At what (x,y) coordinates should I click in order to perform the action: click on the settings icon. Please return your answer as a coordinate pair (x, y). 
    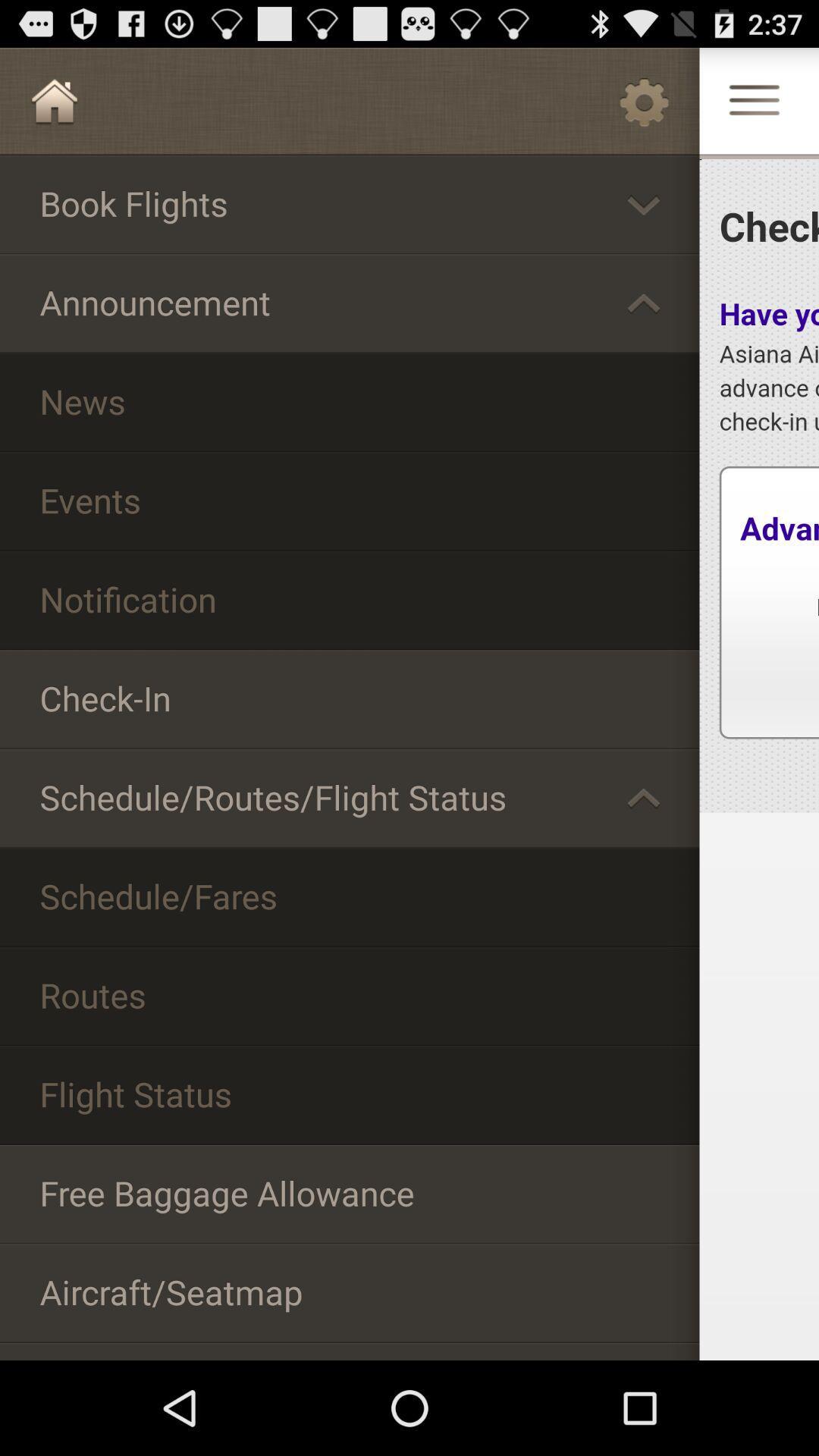
    Looking at the image, I should click on (644, 107).